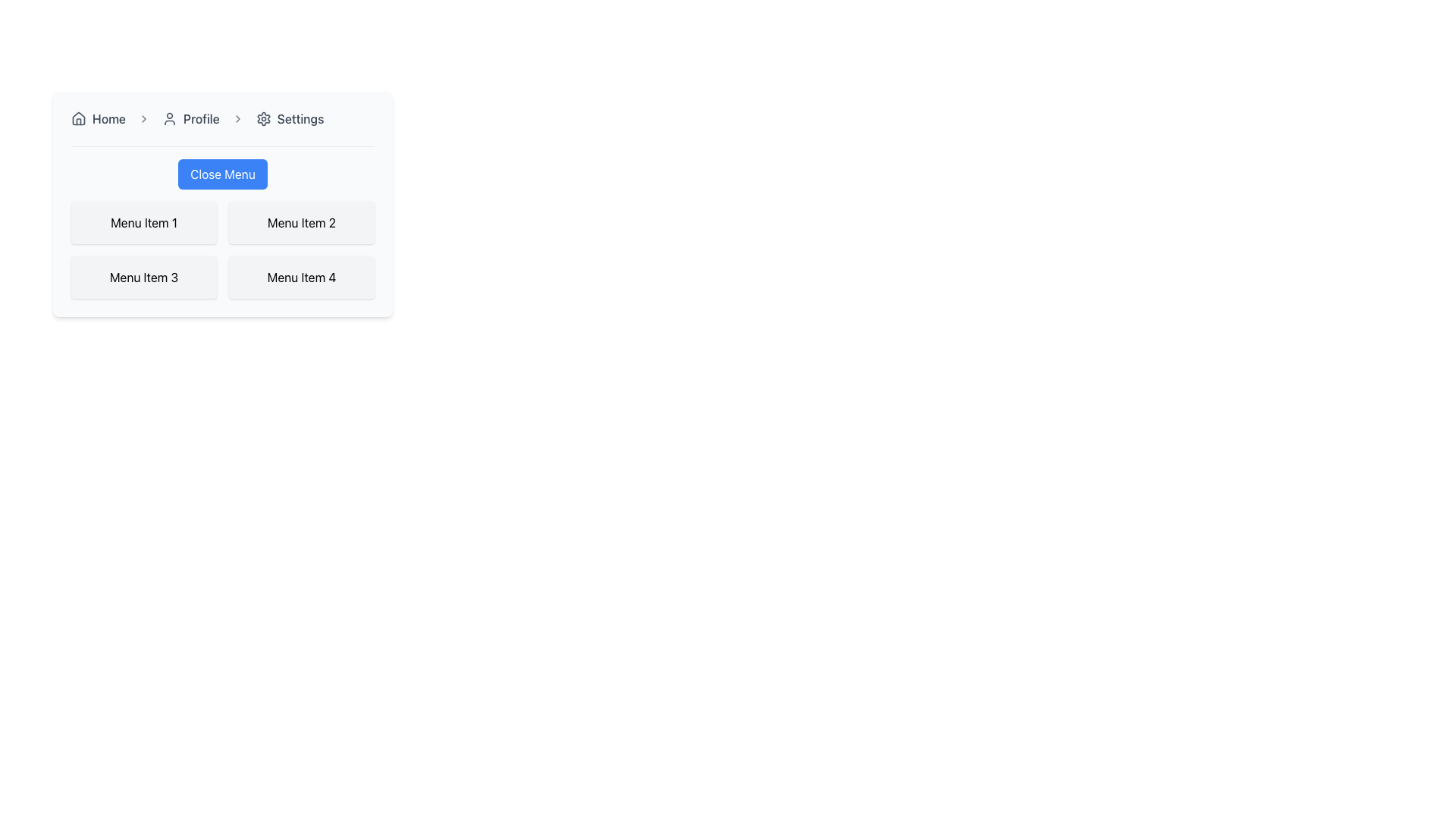 The width and height of the screenshot is (1456, 819). Describe the element at coordinates (300, 118) in the screenshot. I see `the 'Settings' text label in the breadcrumb navigation area, which is the fourth item indicating the current page or a clickable link to navigate to the 'Settings' page` at that location.